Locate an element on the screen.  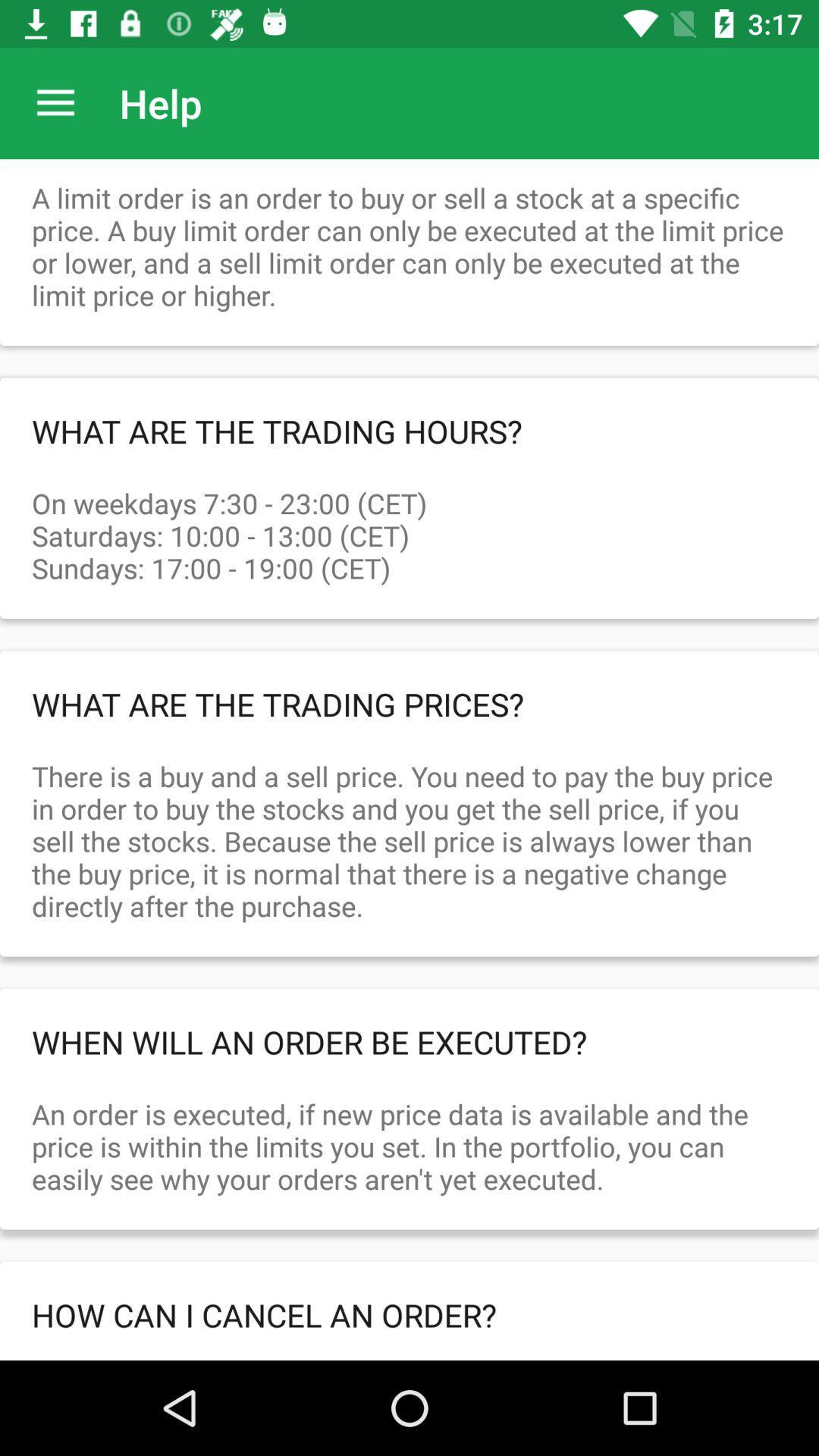
icon below the an order is item is located at coordinates (409, 1313).